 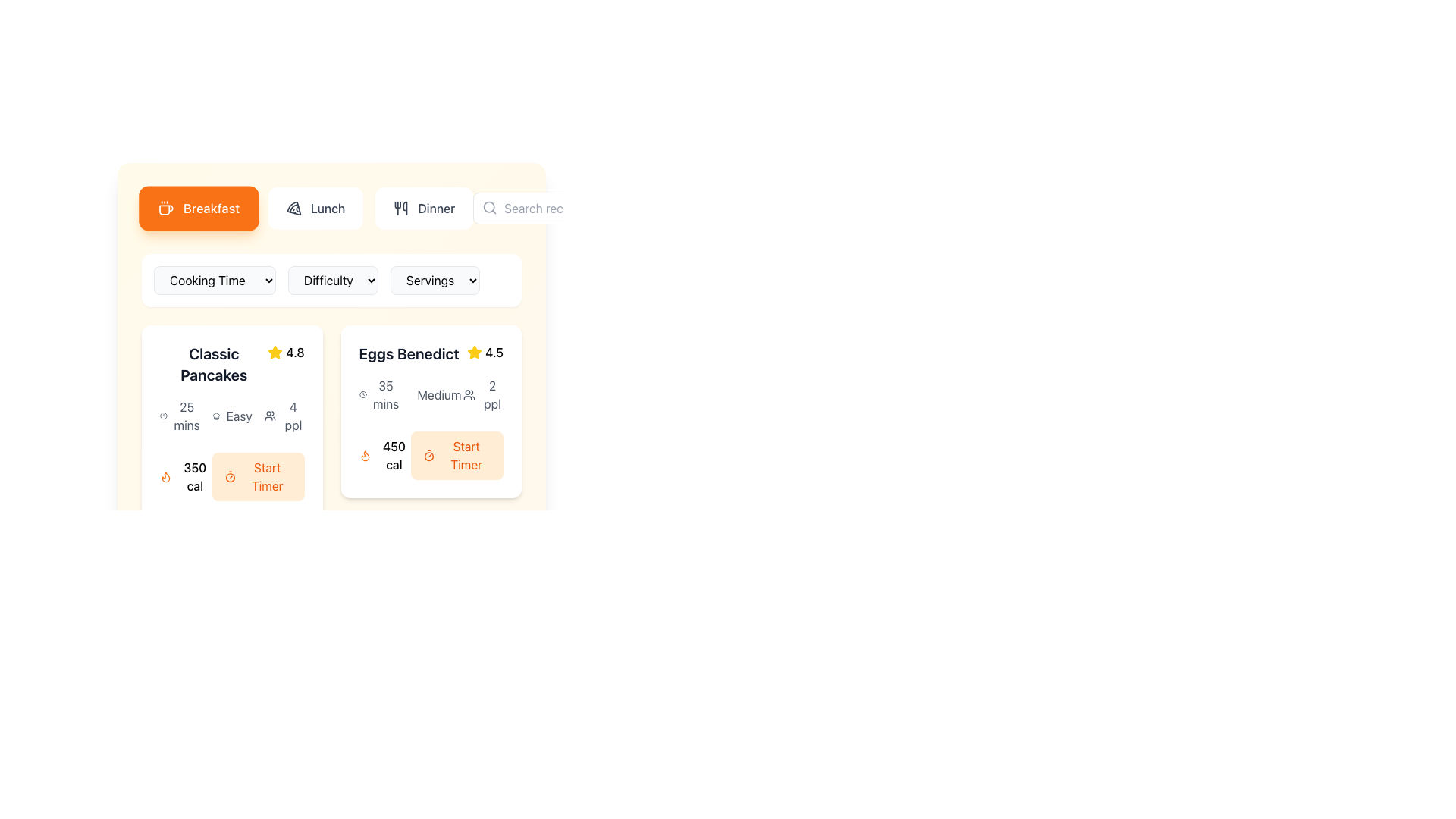 I want to click on the non-interactive text element displaying the estimated time required to prepare the 'Classic Pancakes' recipe, located in the leftmost card of the grid layout, so click(x=180, y=416).